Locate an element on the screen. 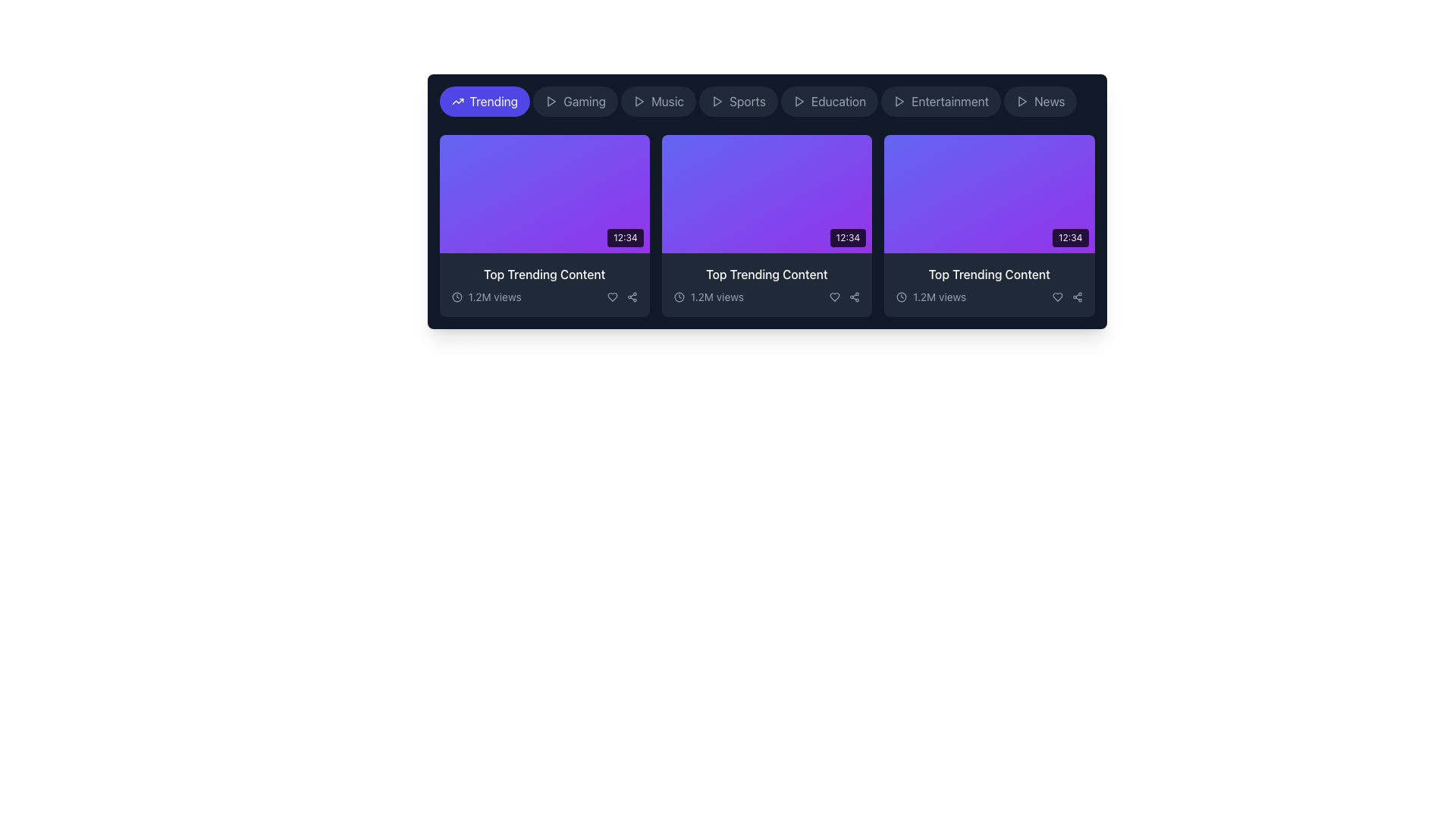  the 'Entertainment' tab in the navigation bar, which is the sixth tab from the left, styled with a gray font color against a dark gray background is located at coordinates (949, 102).